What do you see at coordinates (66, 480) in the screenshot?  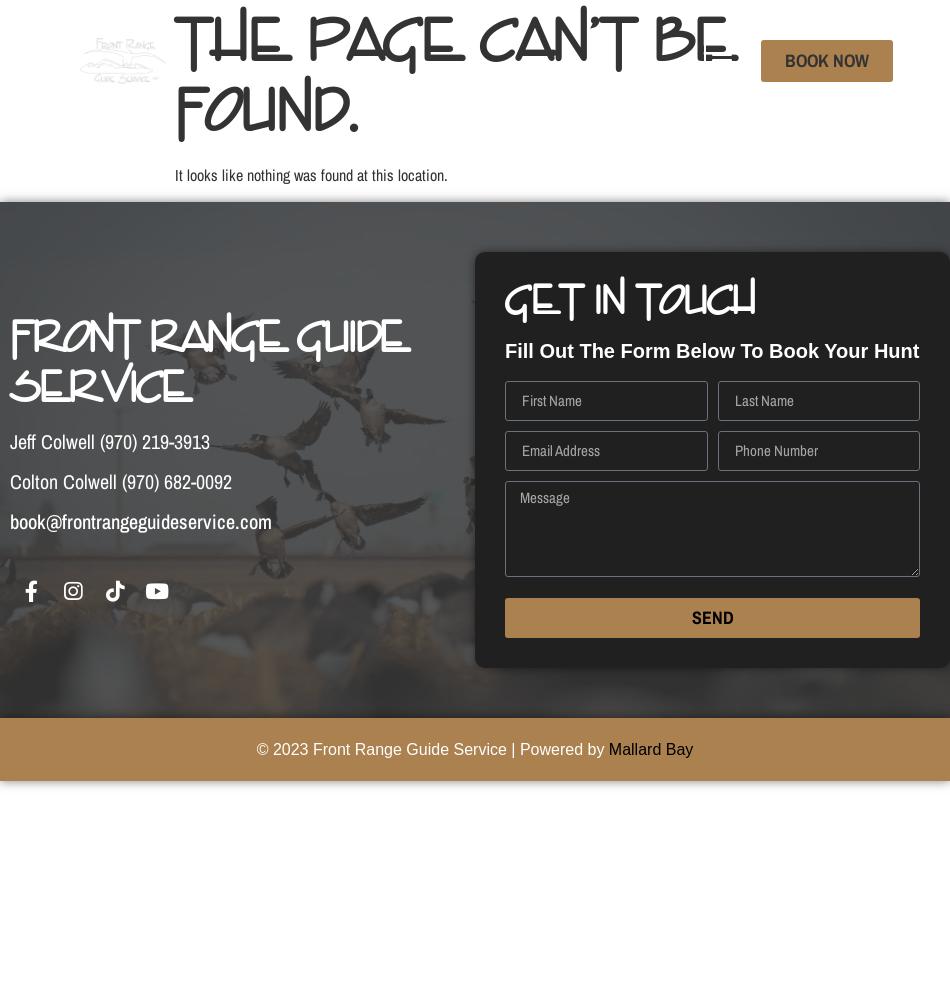 I see `'Colton Colwell'` at bounding box center [66, 480].